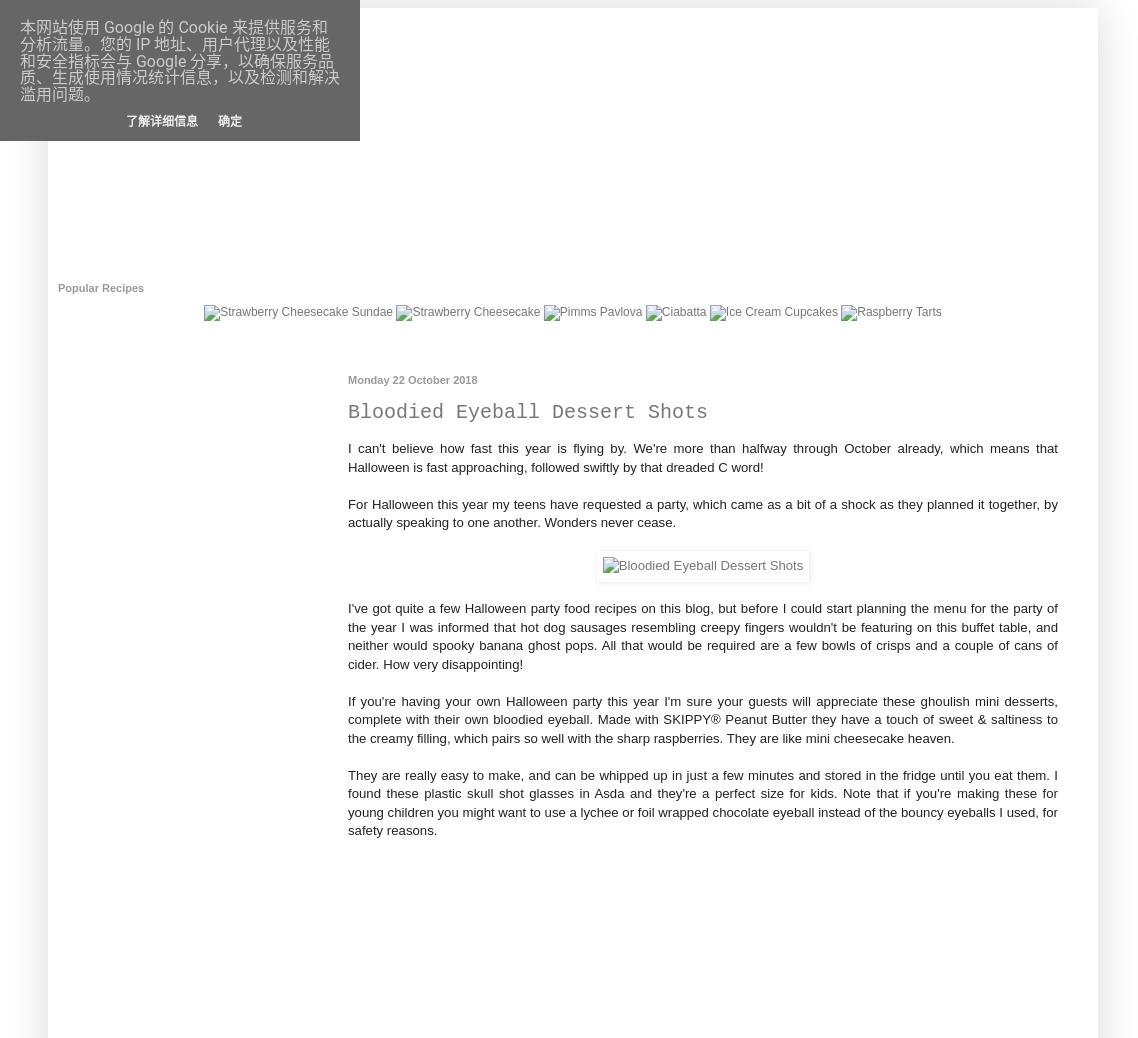 This screenshot has width=1138, height=1038. Describe the element at coordinates (100, 288) in the screenshot. I see `'Popular Recipes'` at that location.